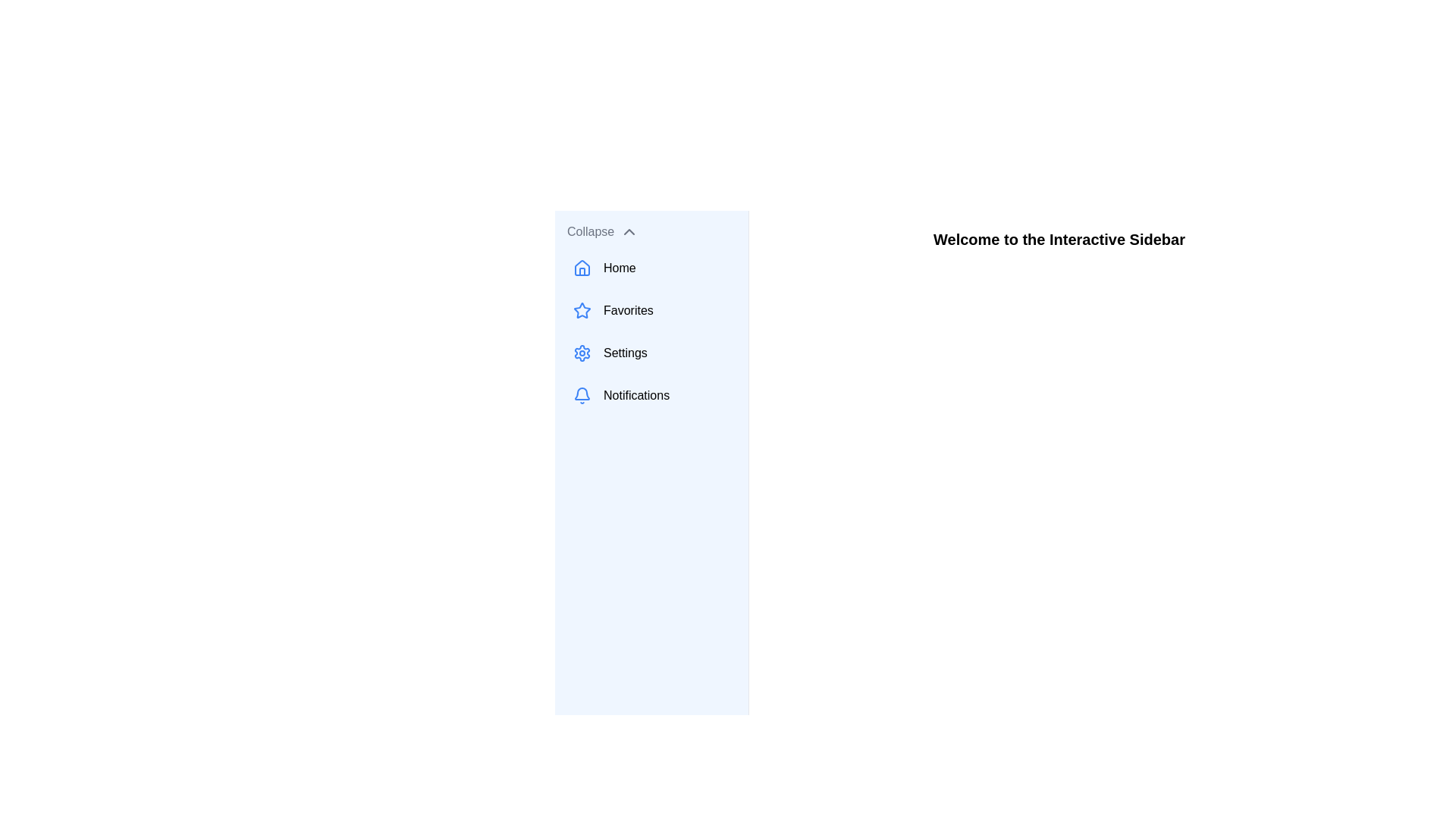 Image resolution: width=1456 pixels, height=819 pixels. Describe the element at coordinates (628, 309) in the screenshot. I see `the 'Favorites' text label in the vertical sidebar, which is positioned directly to the right of the star icon and below the 'Home' entry` at that location.